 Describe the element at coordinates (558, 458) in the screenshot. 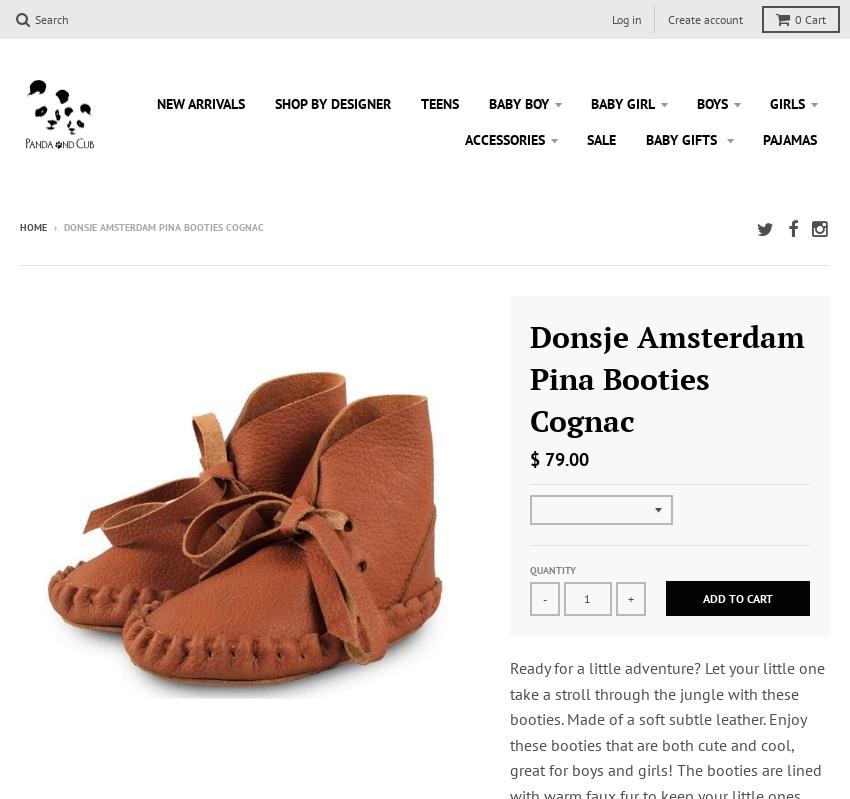

I see `'$ 79.00'` at that location.